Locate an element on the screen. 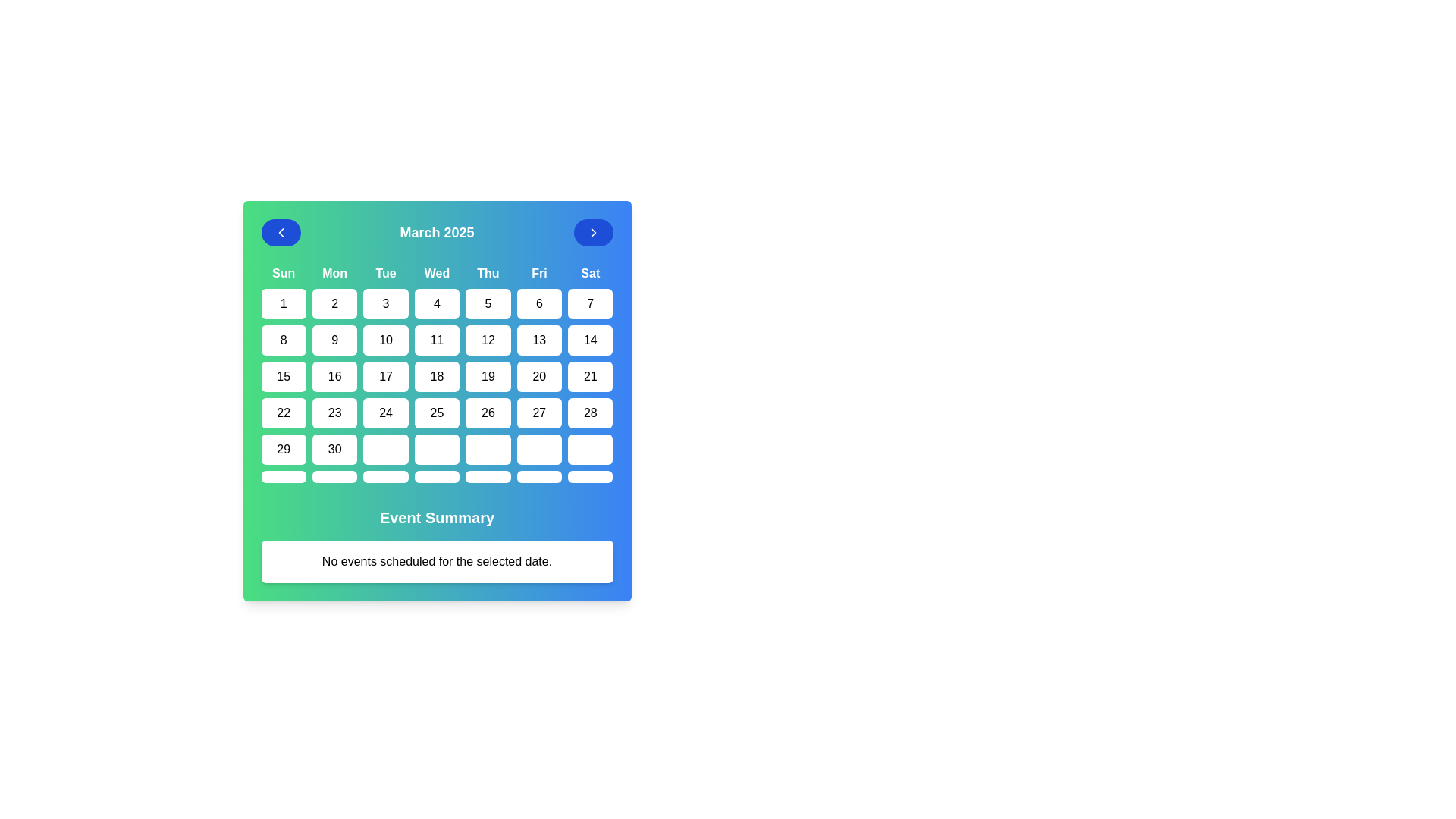 Image resolution: width=1456 pixels, height=819 pixels. the rounded white button displaying the numeric value '9' in the calendar grid is located at coordinates (334, 339).